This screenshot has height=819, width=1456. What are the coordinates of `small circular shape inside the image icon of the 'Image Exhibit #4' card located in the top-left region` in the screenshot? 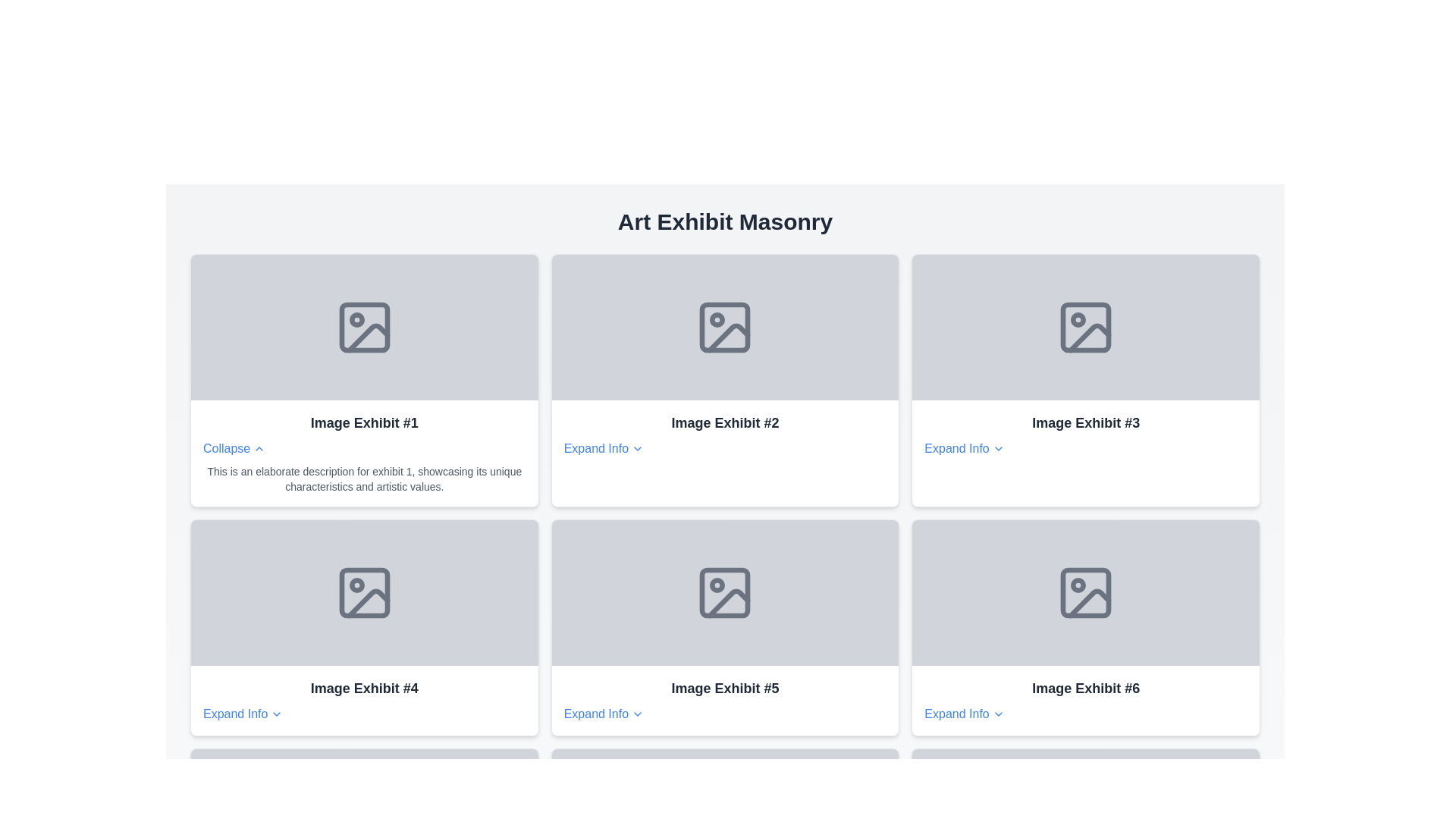 It's located at (356, 584).